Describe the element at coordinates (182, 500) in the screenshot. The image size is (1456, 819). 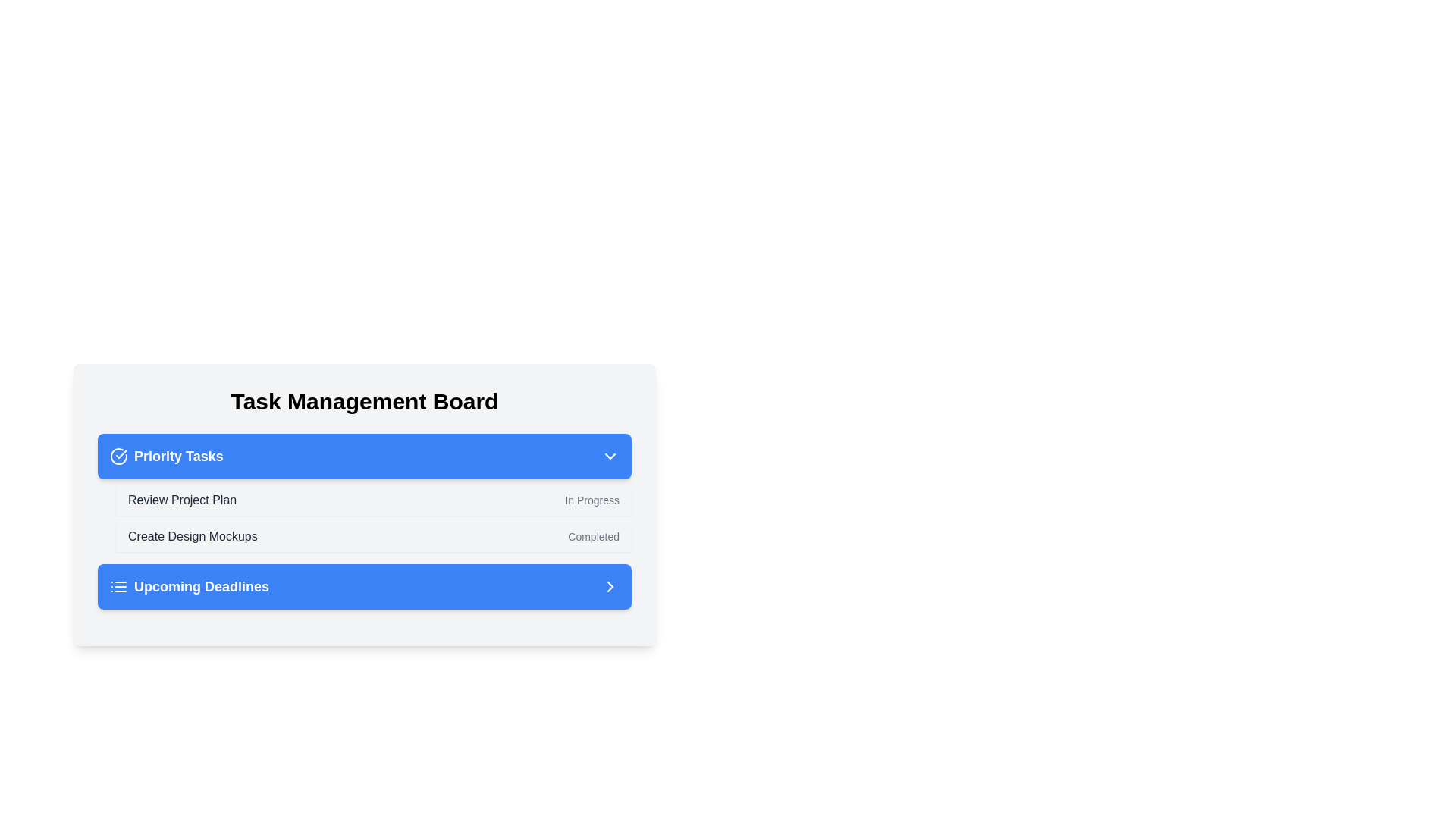
I see `the text label reading 'Review Project Plan' located in the upper-left section of the 'Priority Tasks' list item` at that location.